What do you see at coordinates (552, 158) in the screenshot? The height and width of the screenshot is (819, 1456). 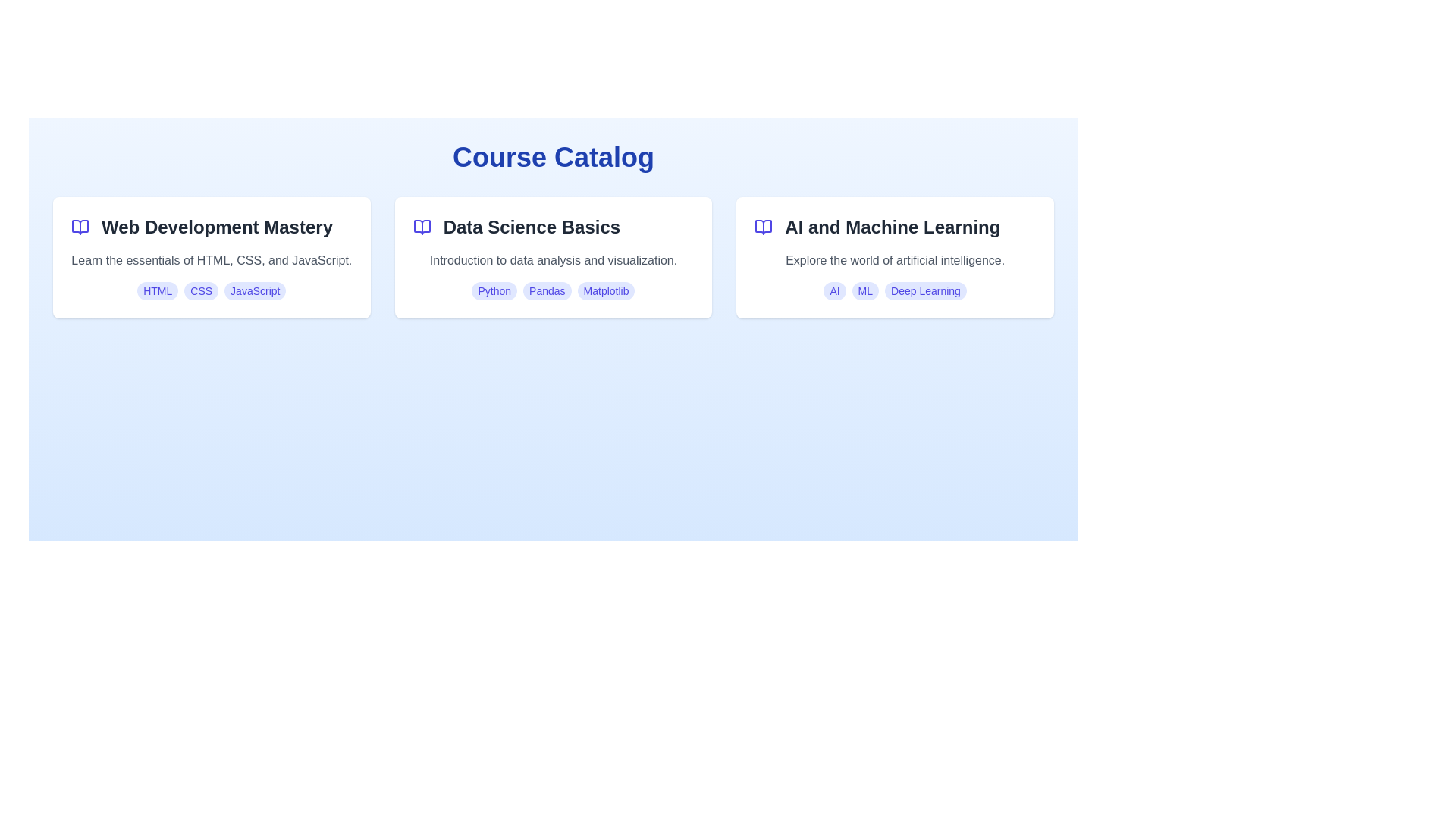 I see `the static text element displaying 'Course Catalog' in blue at the top center of the page` at bounding box center [552, 158].